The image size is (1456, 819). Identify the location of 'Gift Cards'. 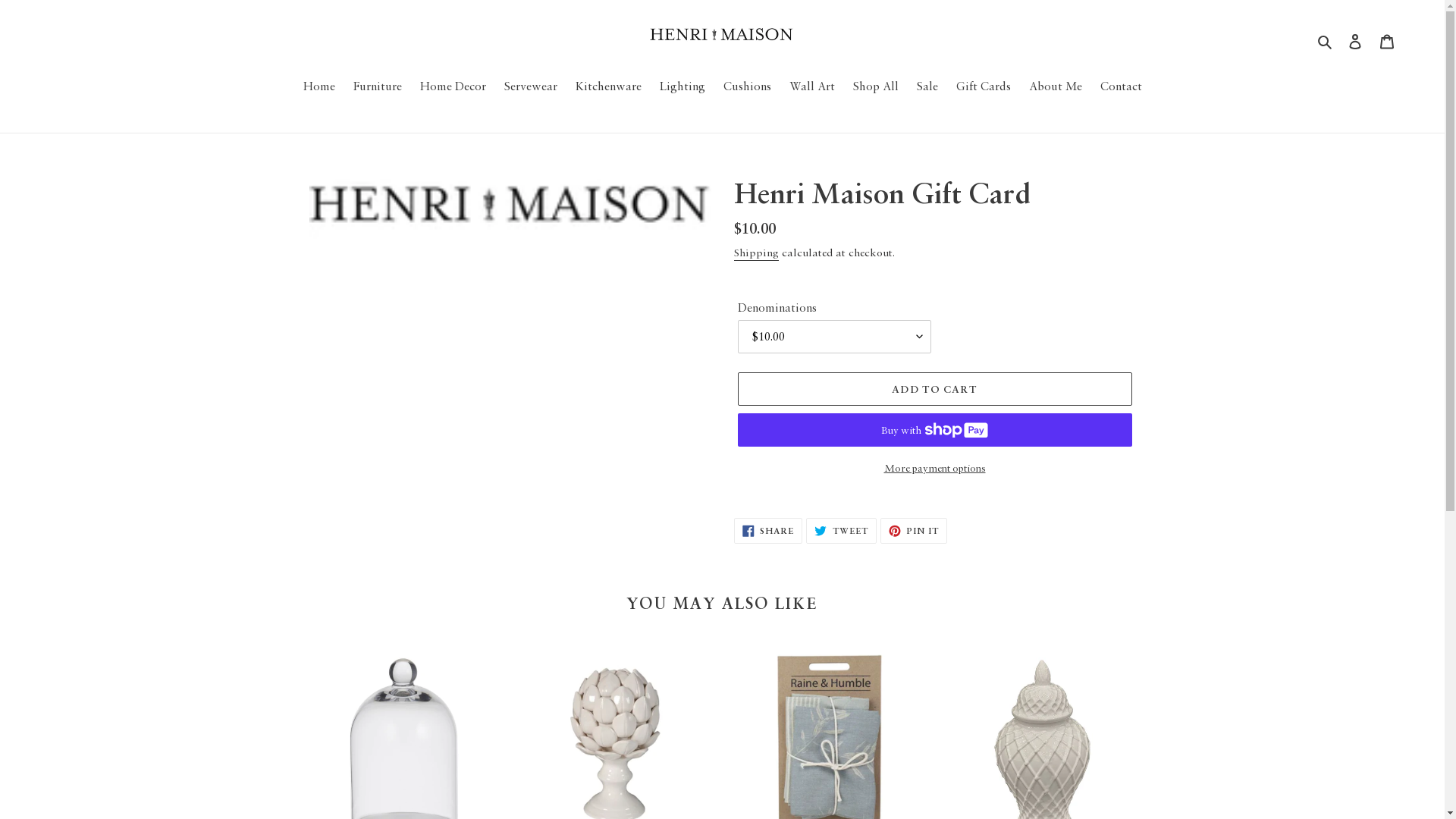
(946, 86).